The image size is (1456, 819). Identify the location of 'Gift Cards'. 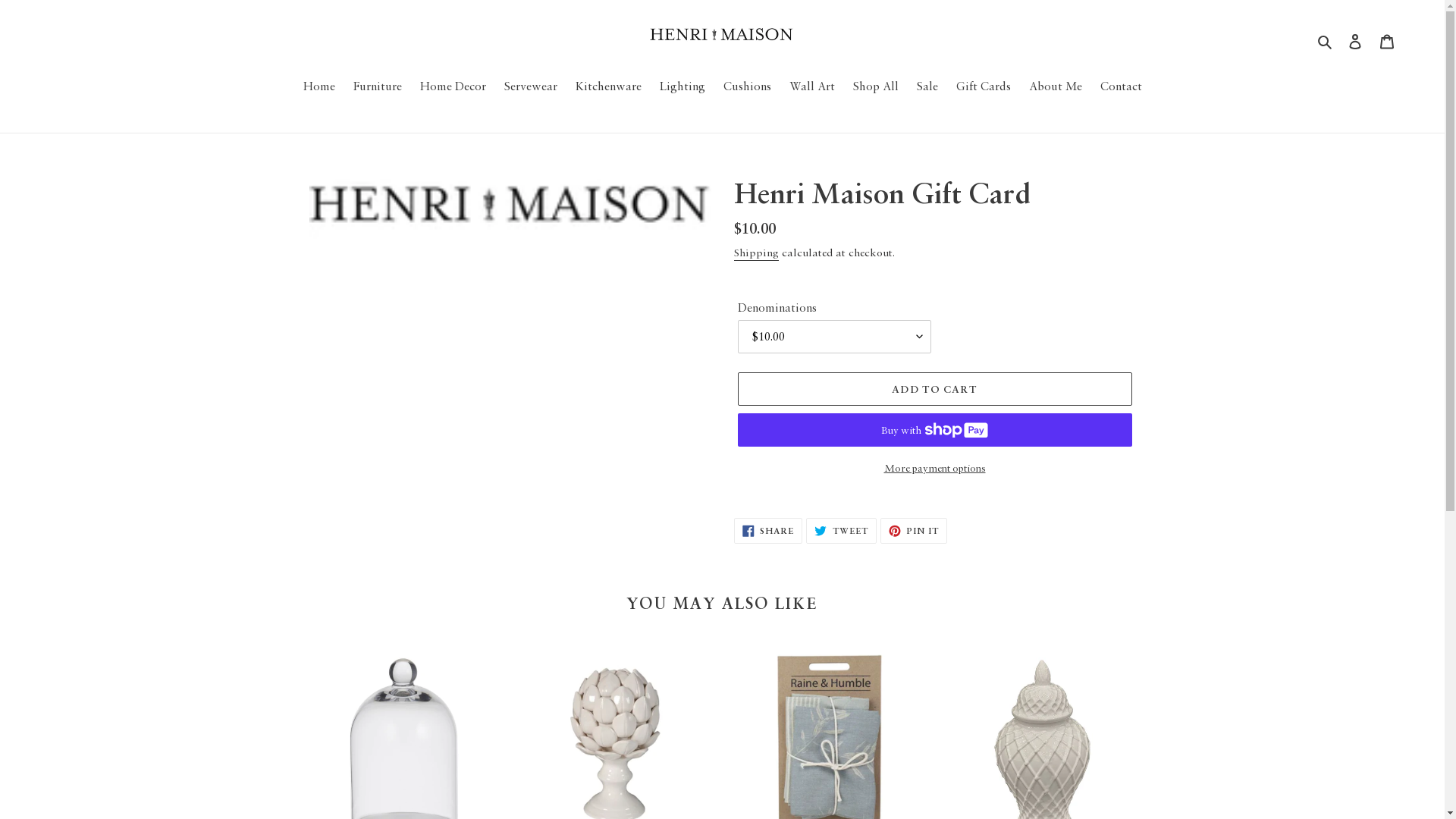
(946, 86).